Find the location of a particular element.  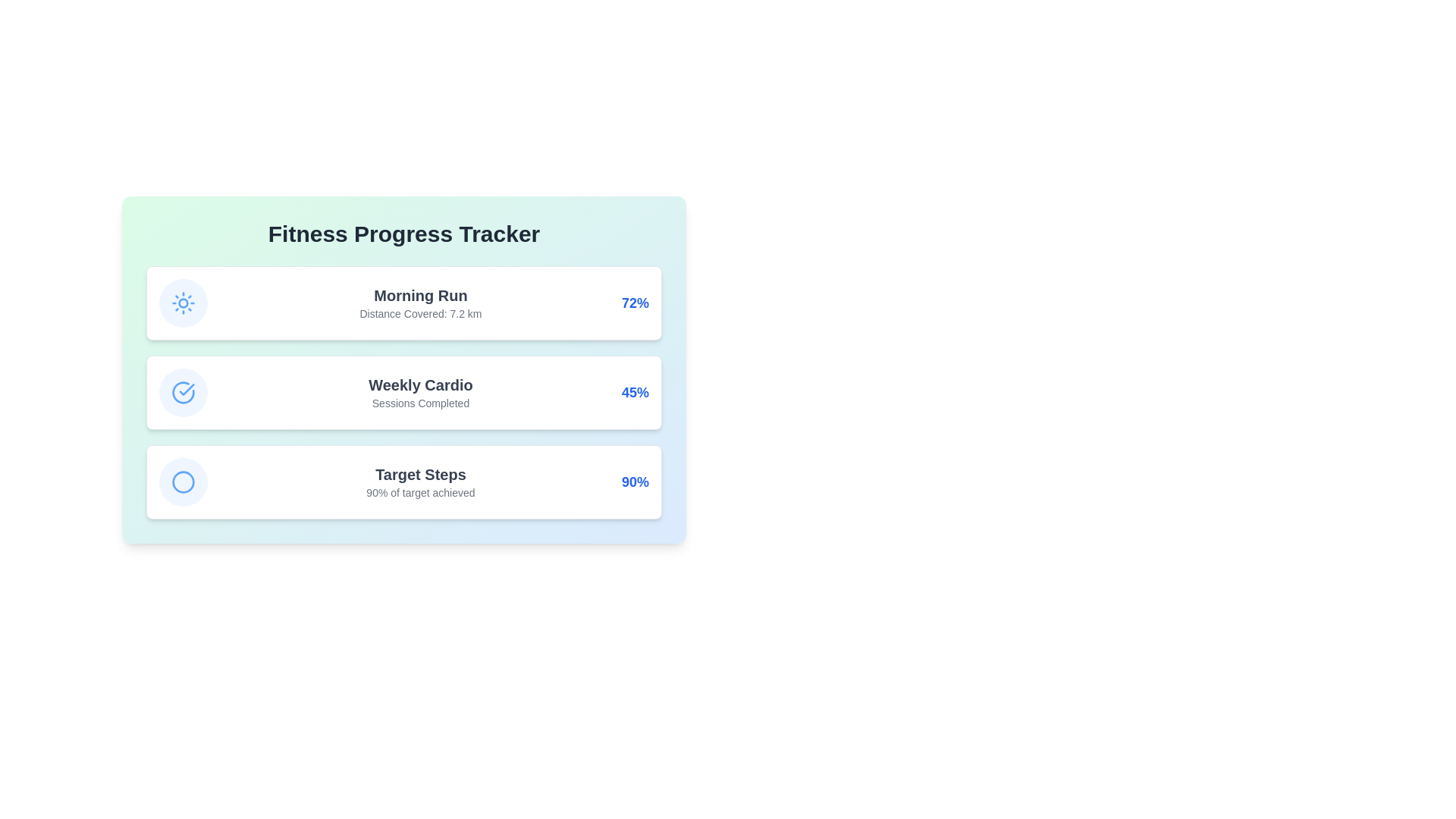

the circular icon that identifies the 'Target Steps' section to enhance its recognizability is located at coordinates (182, 482).